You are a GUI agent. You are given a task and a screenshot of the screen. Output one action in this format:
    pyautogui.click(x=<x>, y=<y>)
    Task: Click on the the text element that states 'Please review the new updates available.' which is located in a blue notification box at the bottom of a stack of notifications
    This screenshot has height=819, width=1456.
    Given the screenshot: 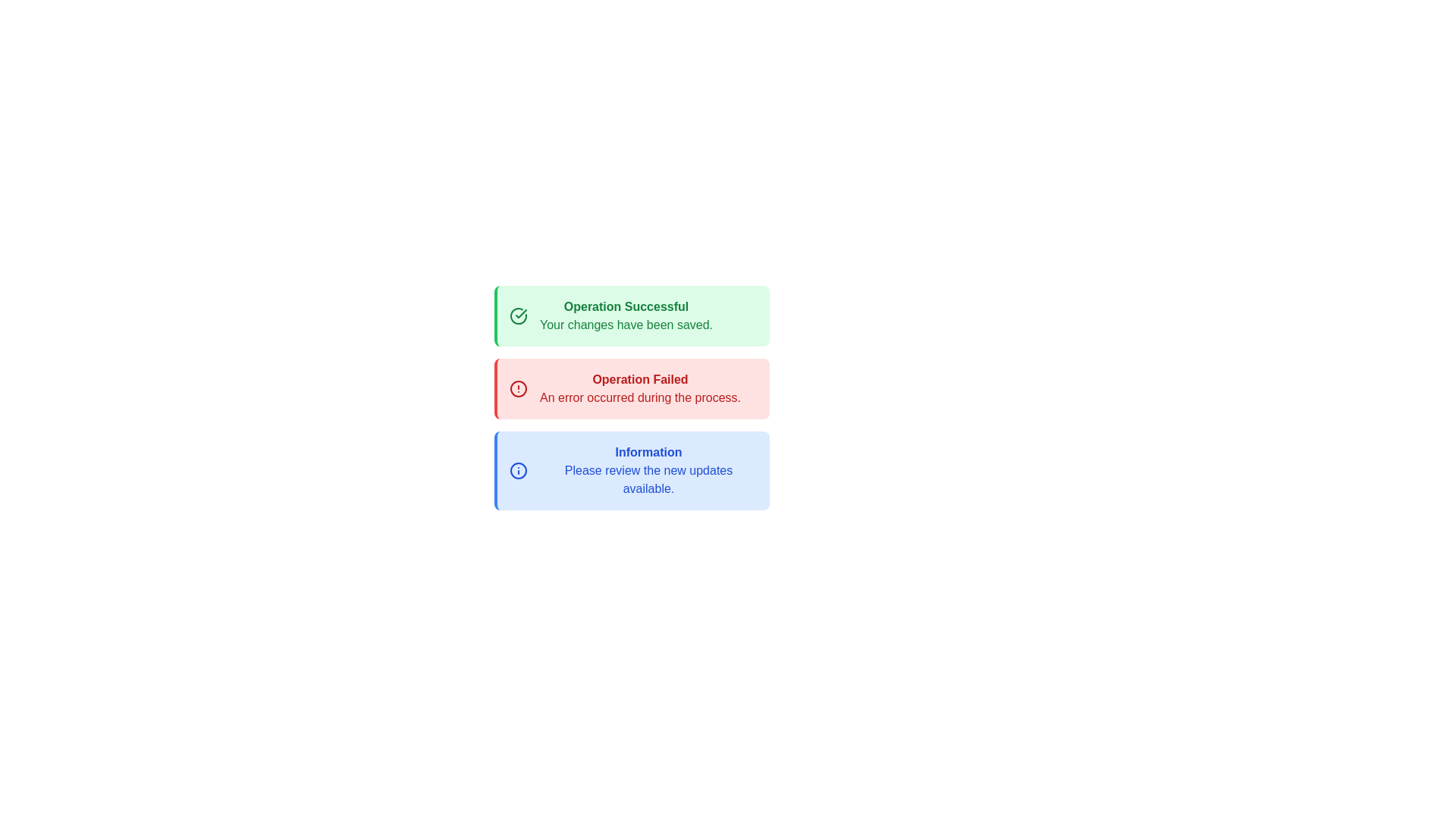 What is the action you would take?
    pyautogui.click(x=648, y=479)
    